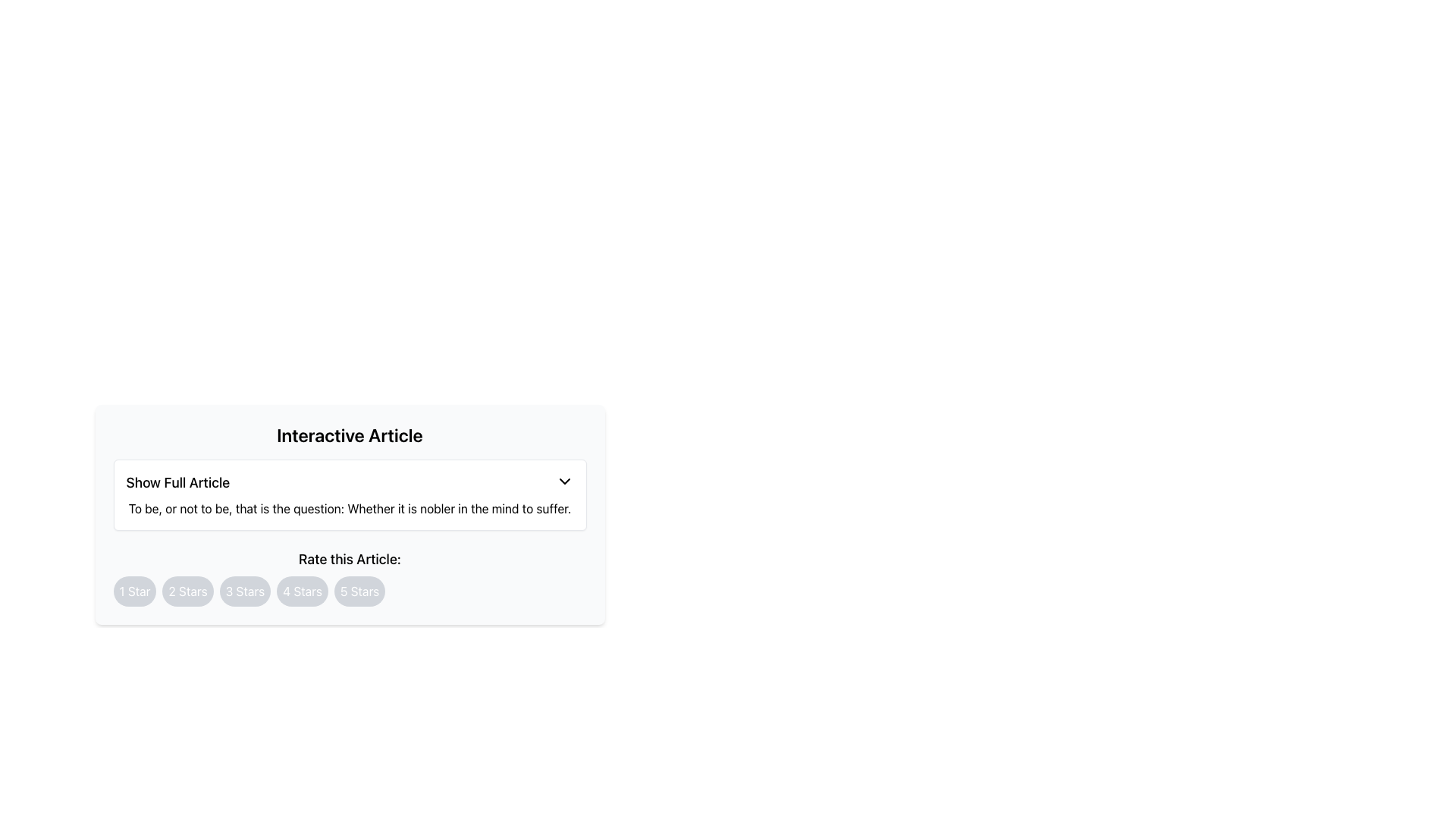 The width and height of the screenshot is (1456, 819). Describe the element at coordinates (134, 590) in the screenshot. I see `the circular button labeled '1 Star' with a gray background` at that location.